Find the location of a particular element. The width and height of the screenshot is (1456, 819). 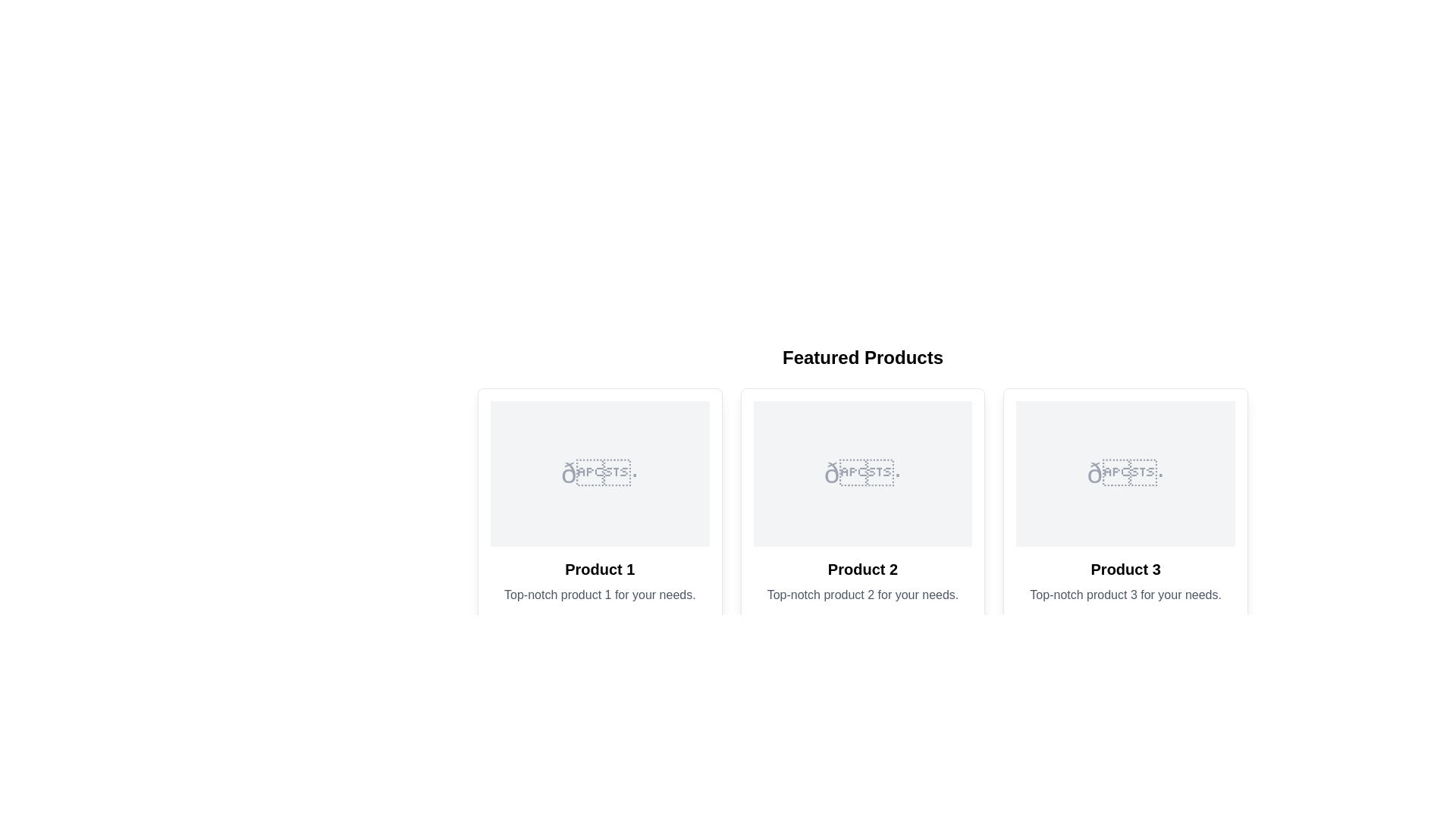

the descriptive subtitle text label located at the bottom of the first product card, which summarizes the product's qualities and purpose is located at coordinates (599, 595).